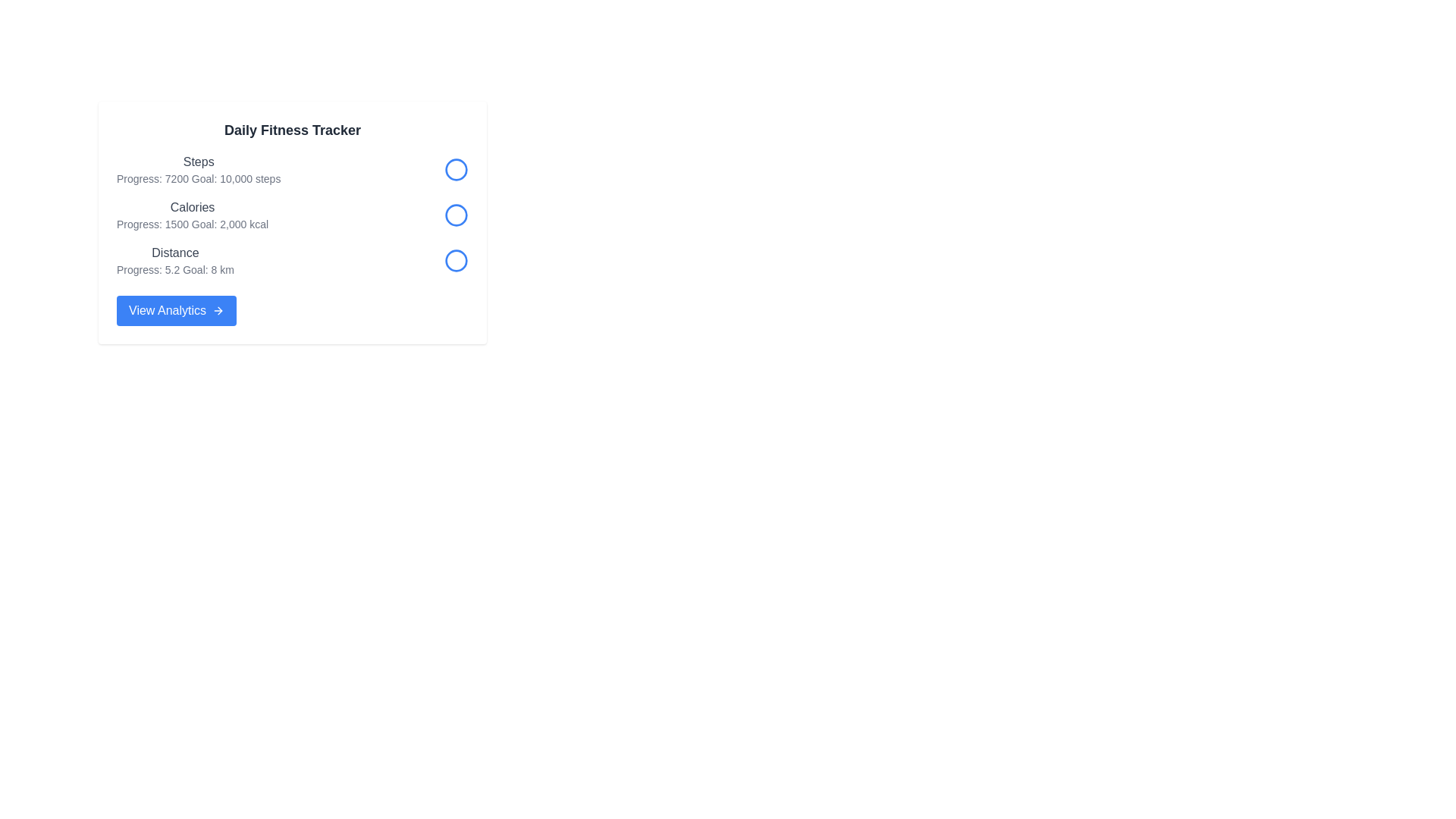  Describe the element at coordinates (198, 162) in the screenshot. I see `the header text 'Steps' which is styled with a medium font weight and gray color, positioned at the top of the progress description section` at that location.